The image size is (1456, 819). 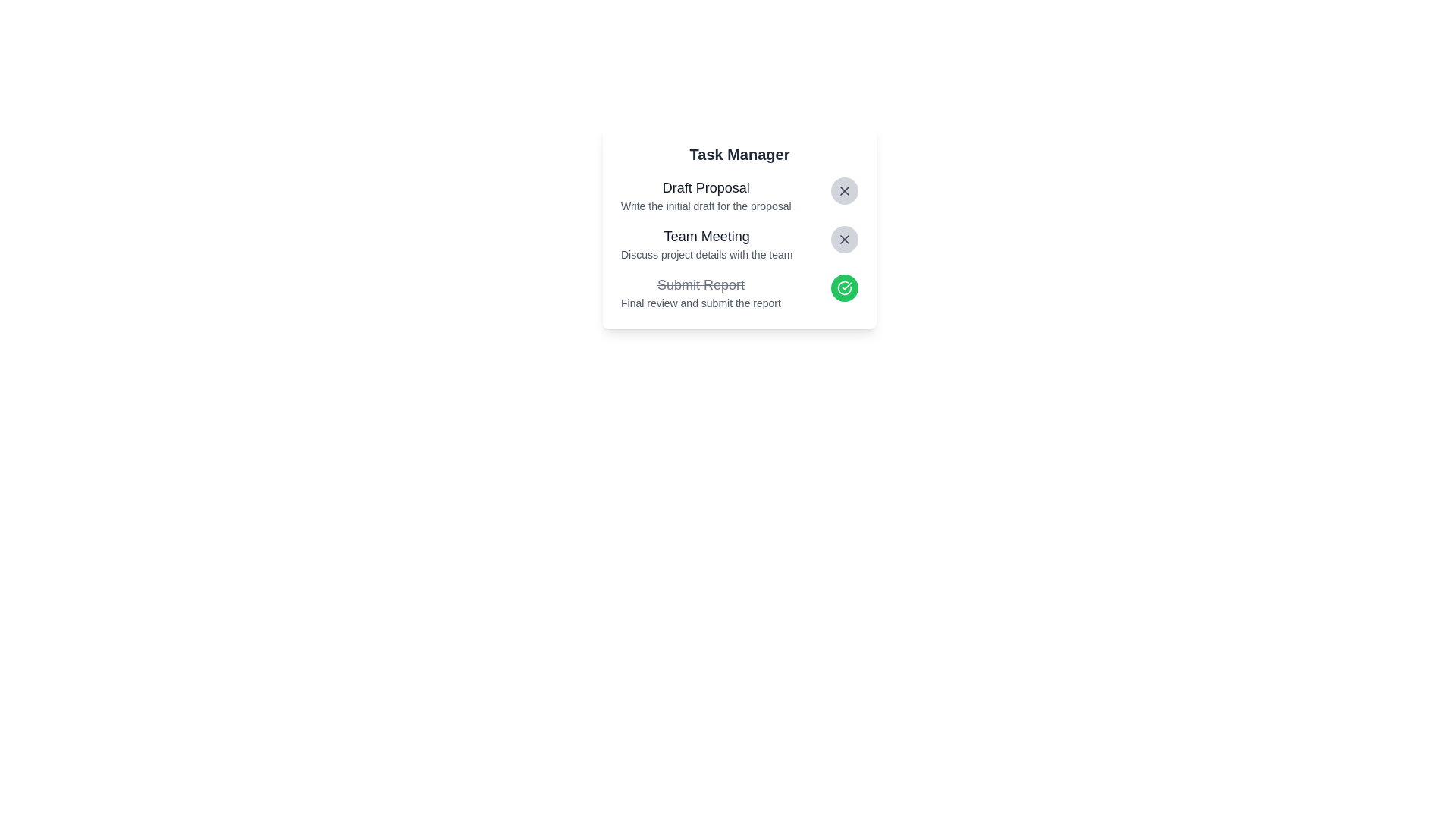 I want to click on the 'Team Meeting' task, so click(x=739, y=243).